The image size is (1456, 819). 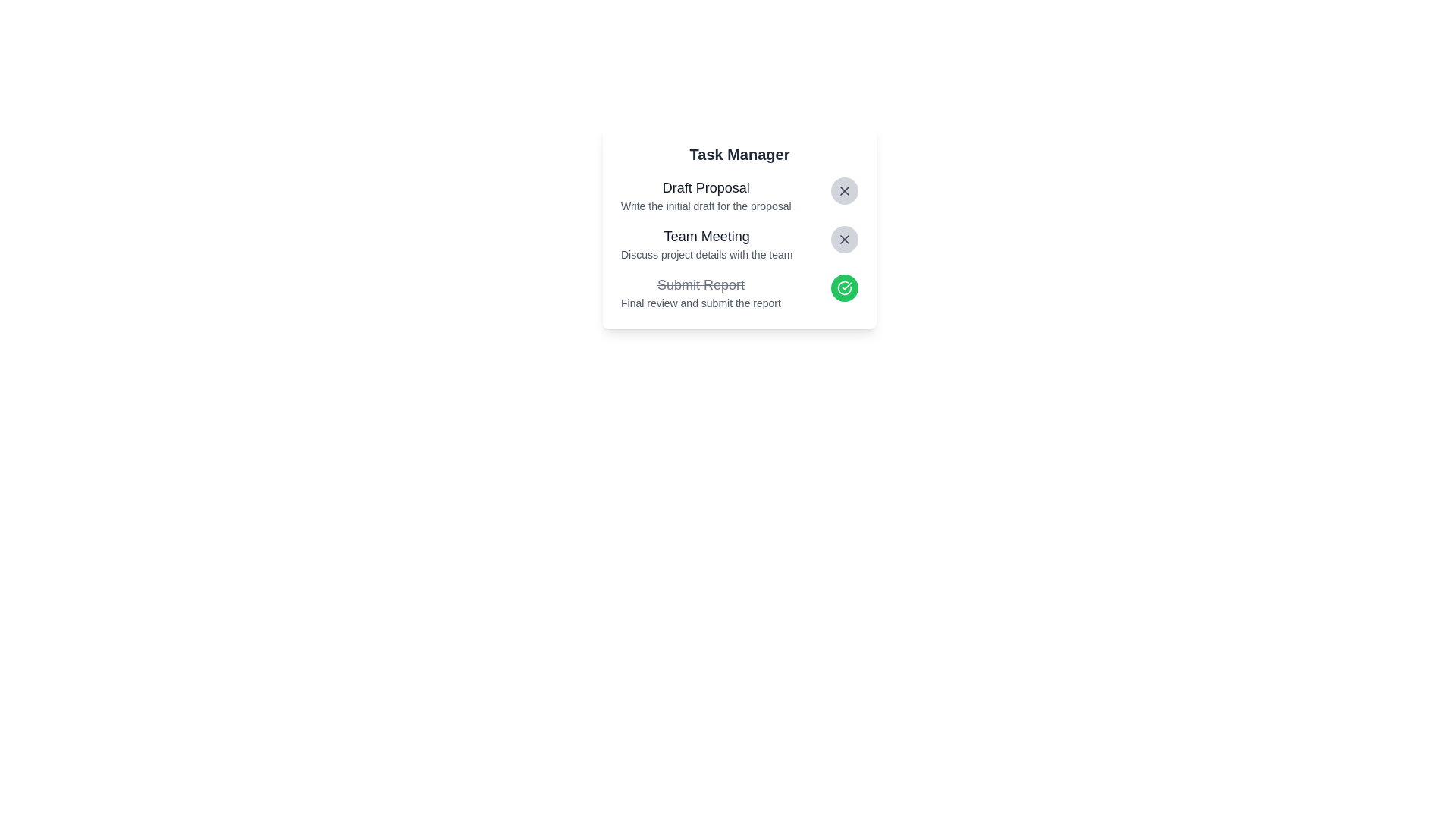 I want to click on the 'Team Meeting' task, so click(x=739, y=243).